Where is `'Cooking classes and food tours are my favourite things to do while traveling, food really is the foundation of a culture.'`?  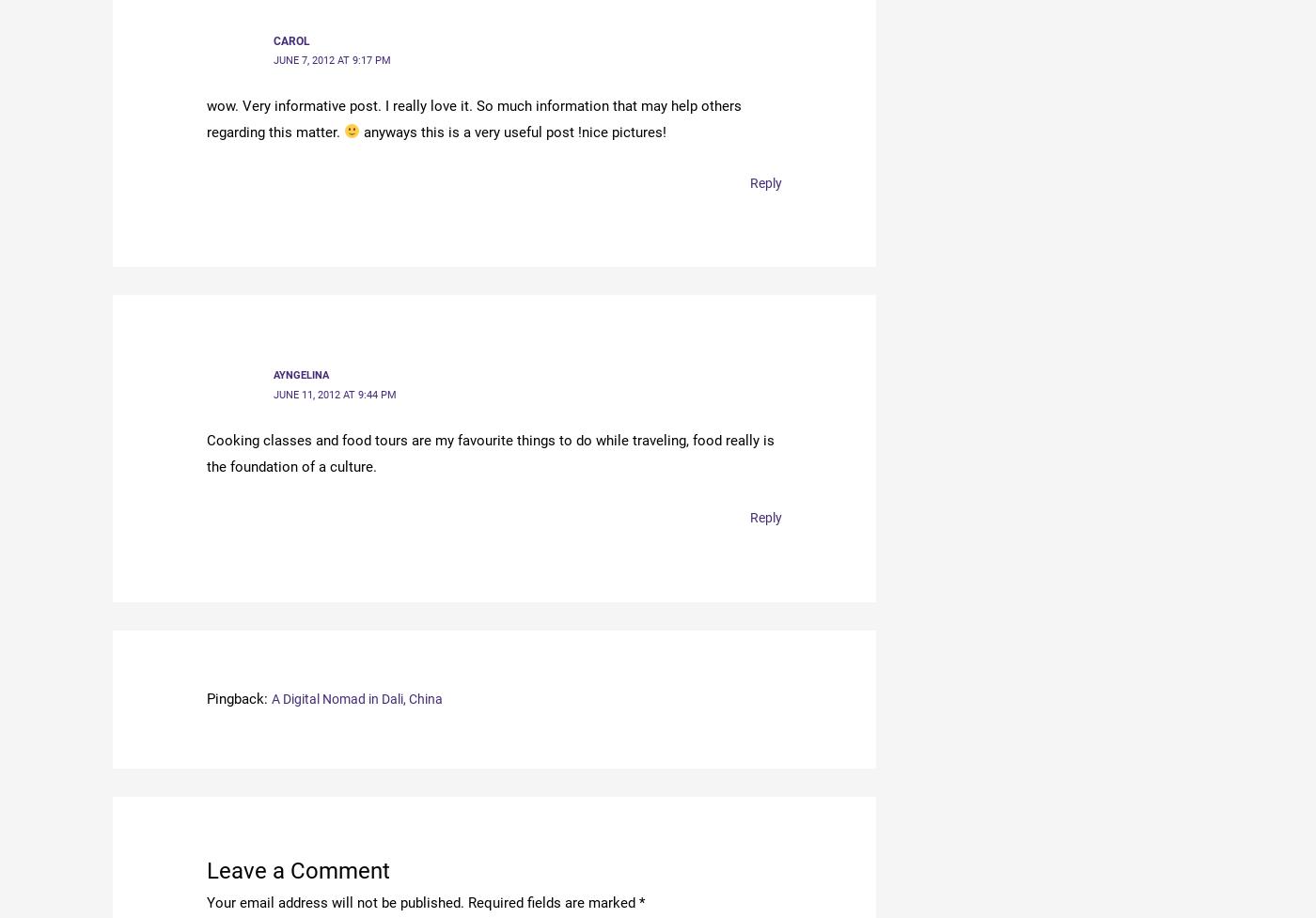
'Cooking classes and food tours are my favourite things to do while traveling, food really is the foundation of a culture.' is located at coordinates (491, 451).